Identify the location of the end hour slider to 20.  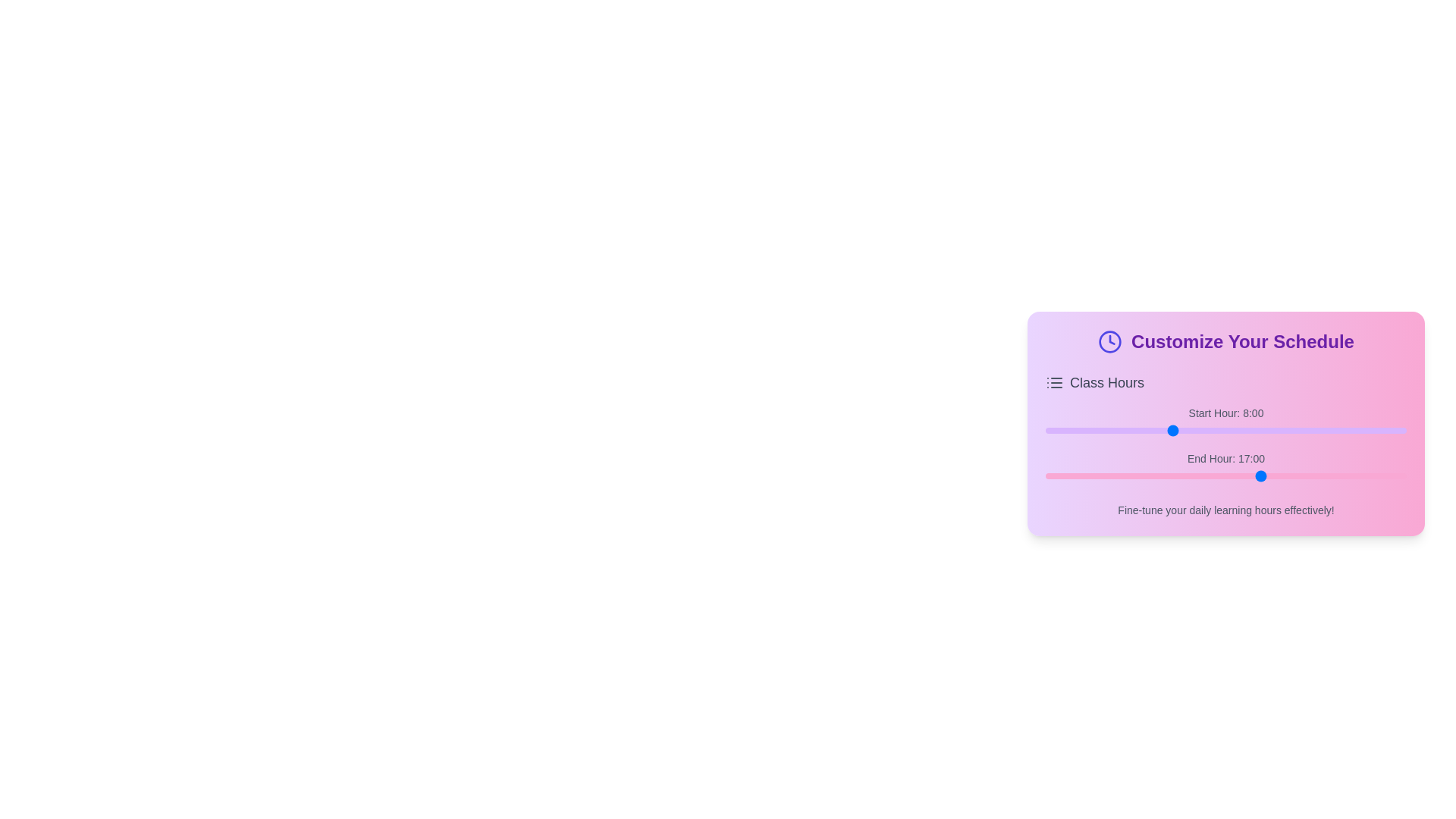
(1333, 475).